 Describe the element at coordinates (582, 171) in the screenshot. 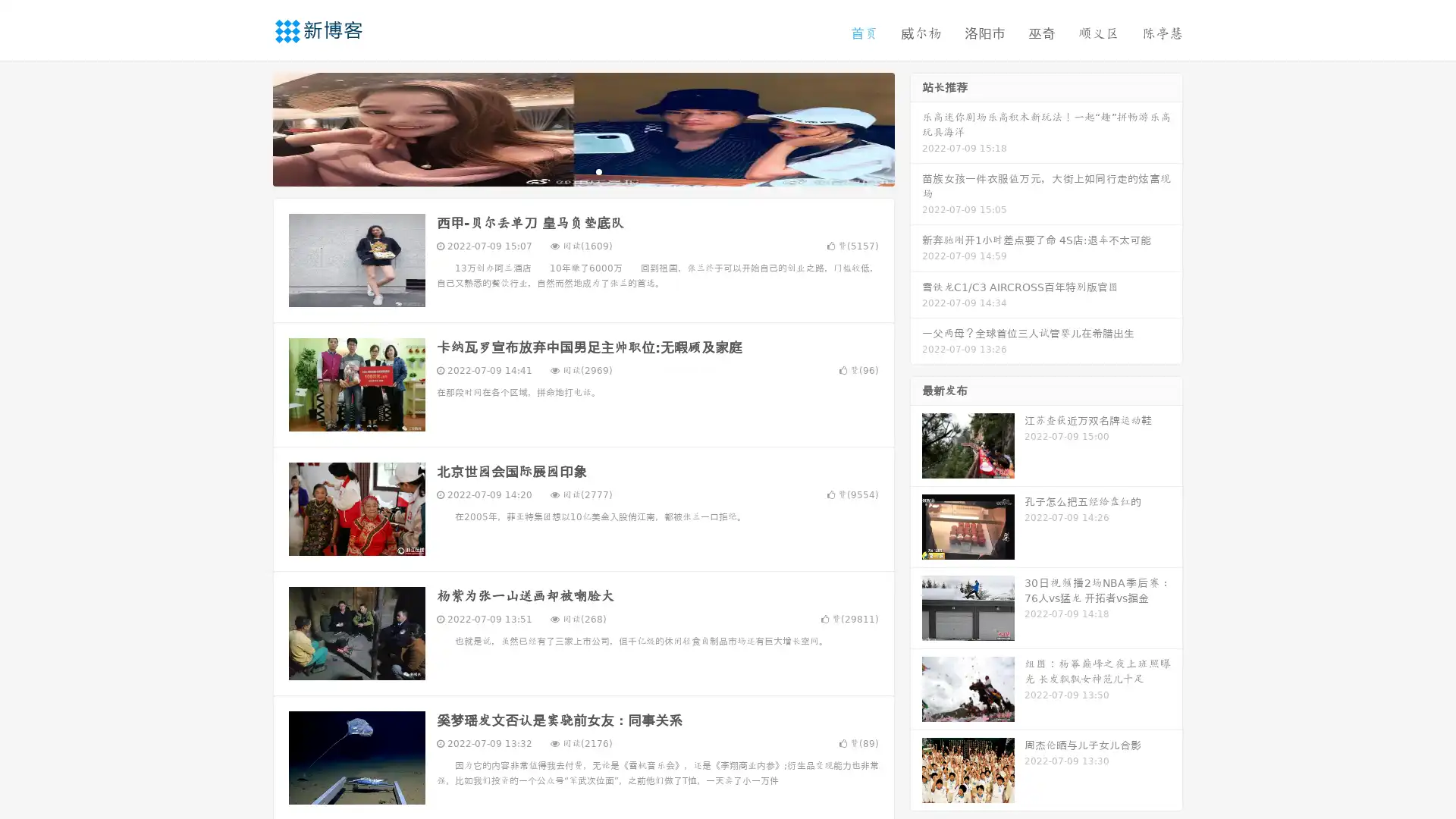

I see `Go to slide 2` at that location.